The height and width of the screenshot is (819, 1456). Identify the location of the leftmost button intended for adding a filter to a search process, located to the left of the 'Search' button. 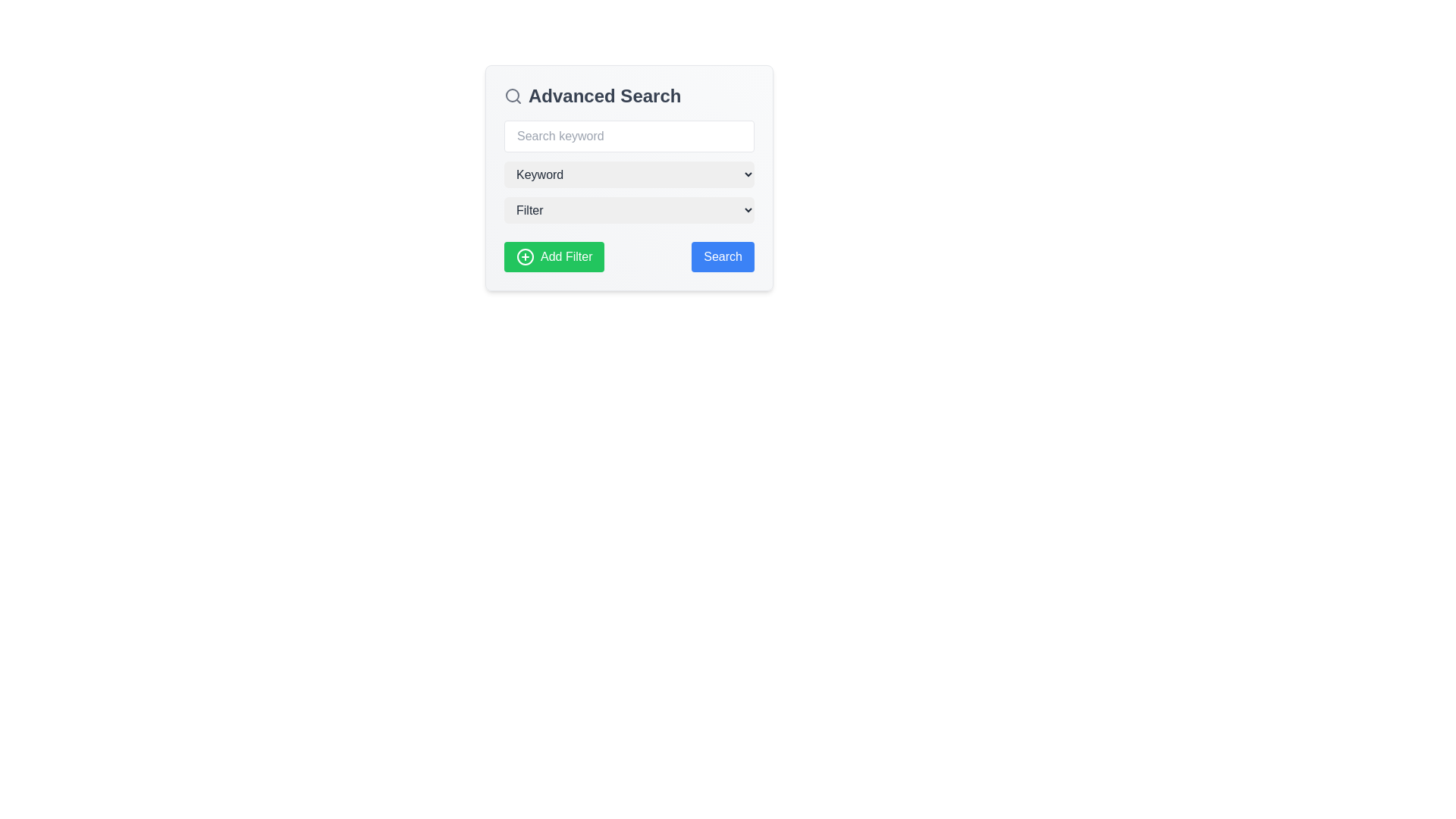
(554, 256).